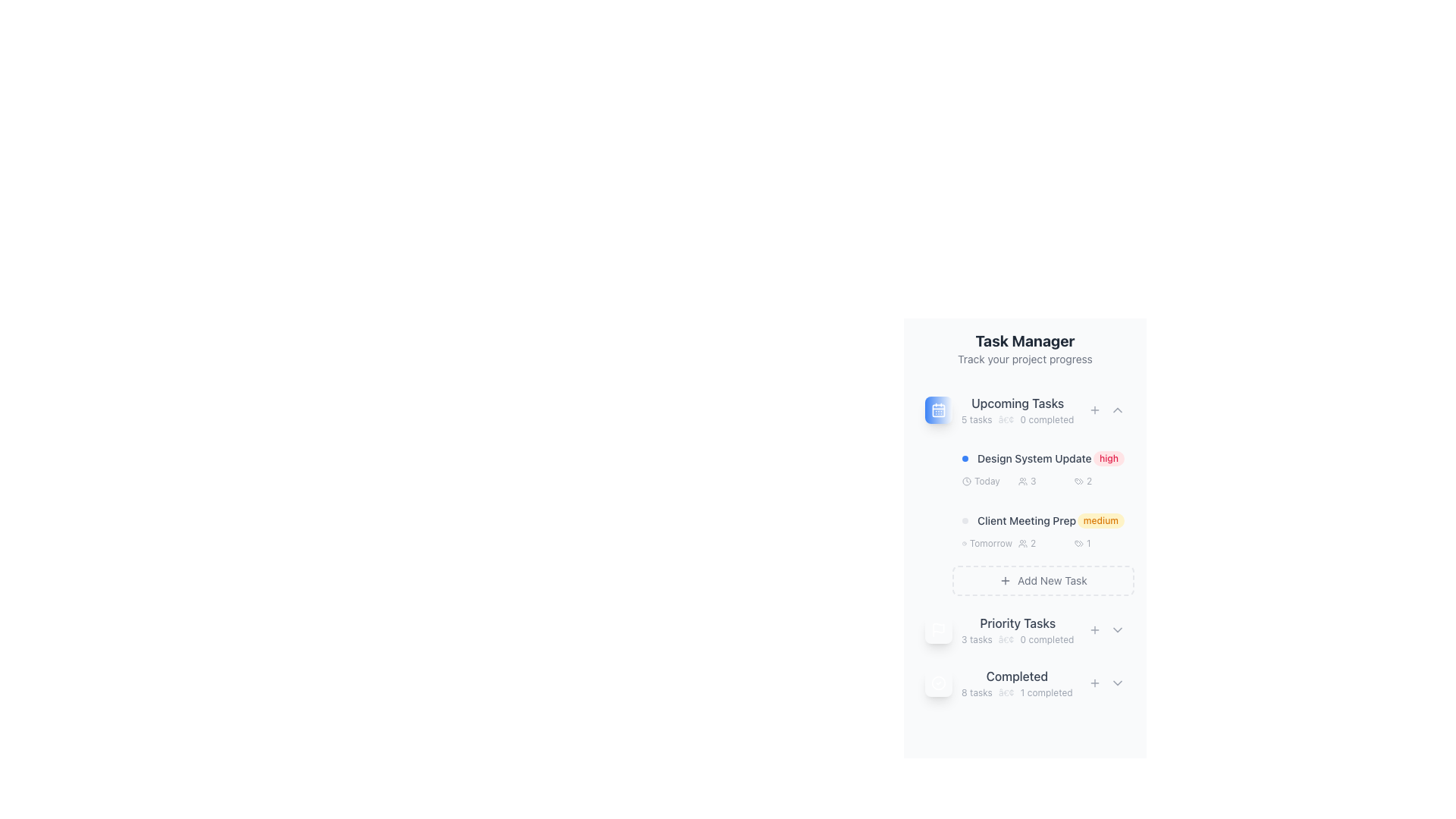 The width and height of the screenshot is (1456, 819). I want to click on medium priority label located to the right of the 'Client Meeting Prep' text in the 'Upcoming Tasks' section of the task manager interface, so click(1100, 519).